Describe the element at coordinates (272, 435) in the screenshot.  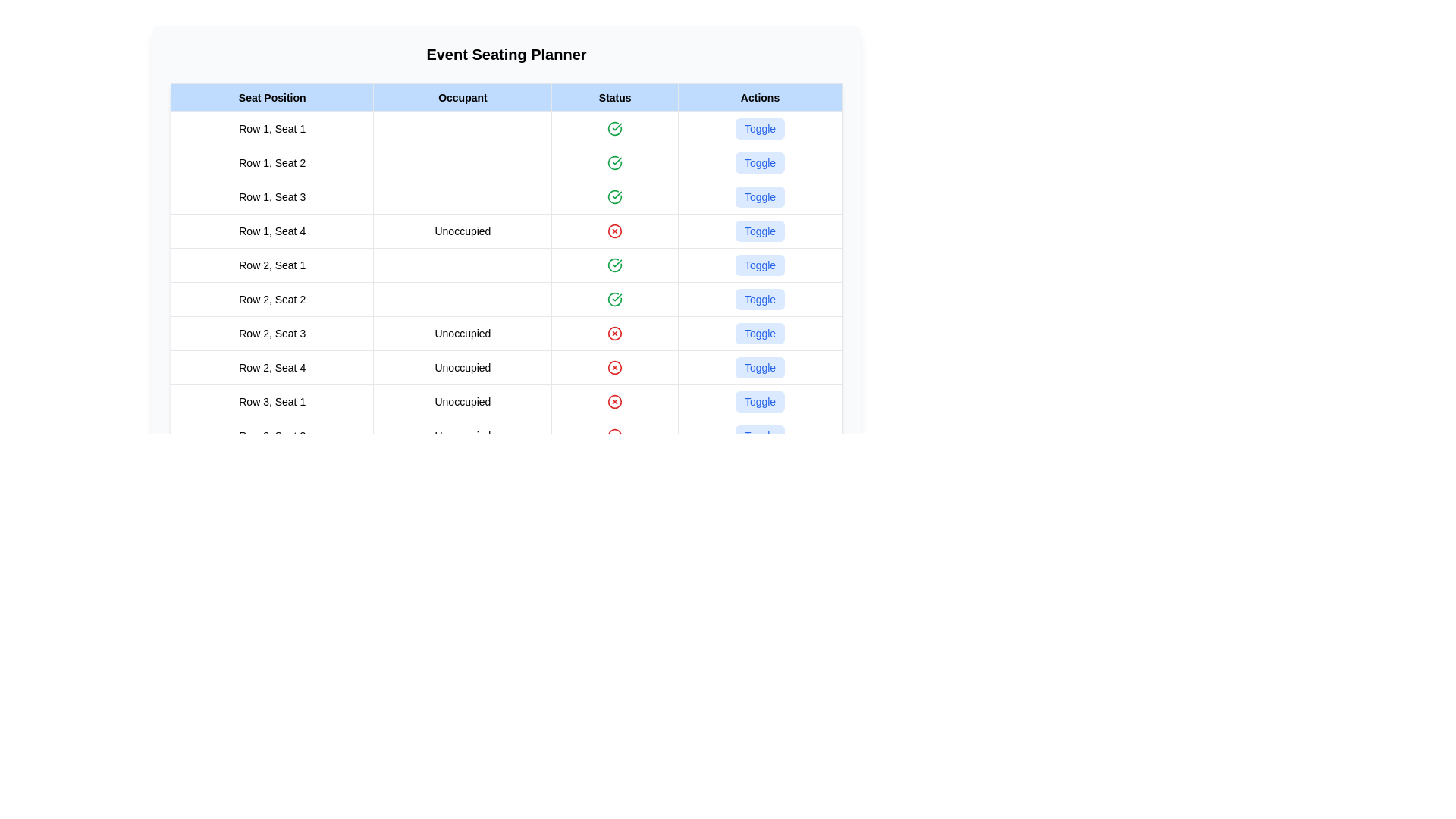
I see `text of the Text component that identifies 'Row 3, Seat 2' in the first column of the table` at that location.